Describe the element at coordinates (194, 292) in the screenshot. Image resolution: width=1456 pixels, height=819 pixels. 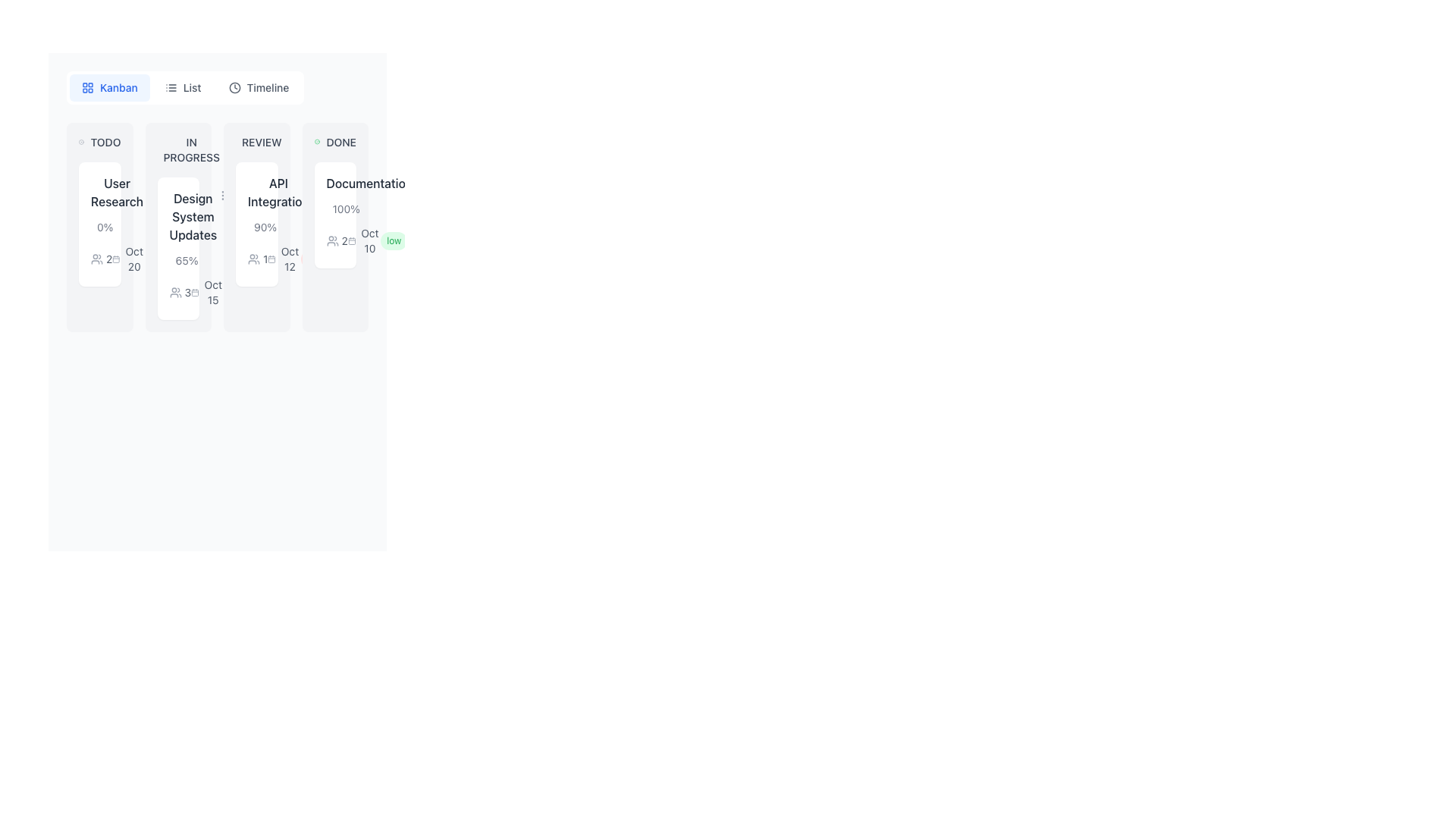
I see `the small grayish calendar icon located` at that location.